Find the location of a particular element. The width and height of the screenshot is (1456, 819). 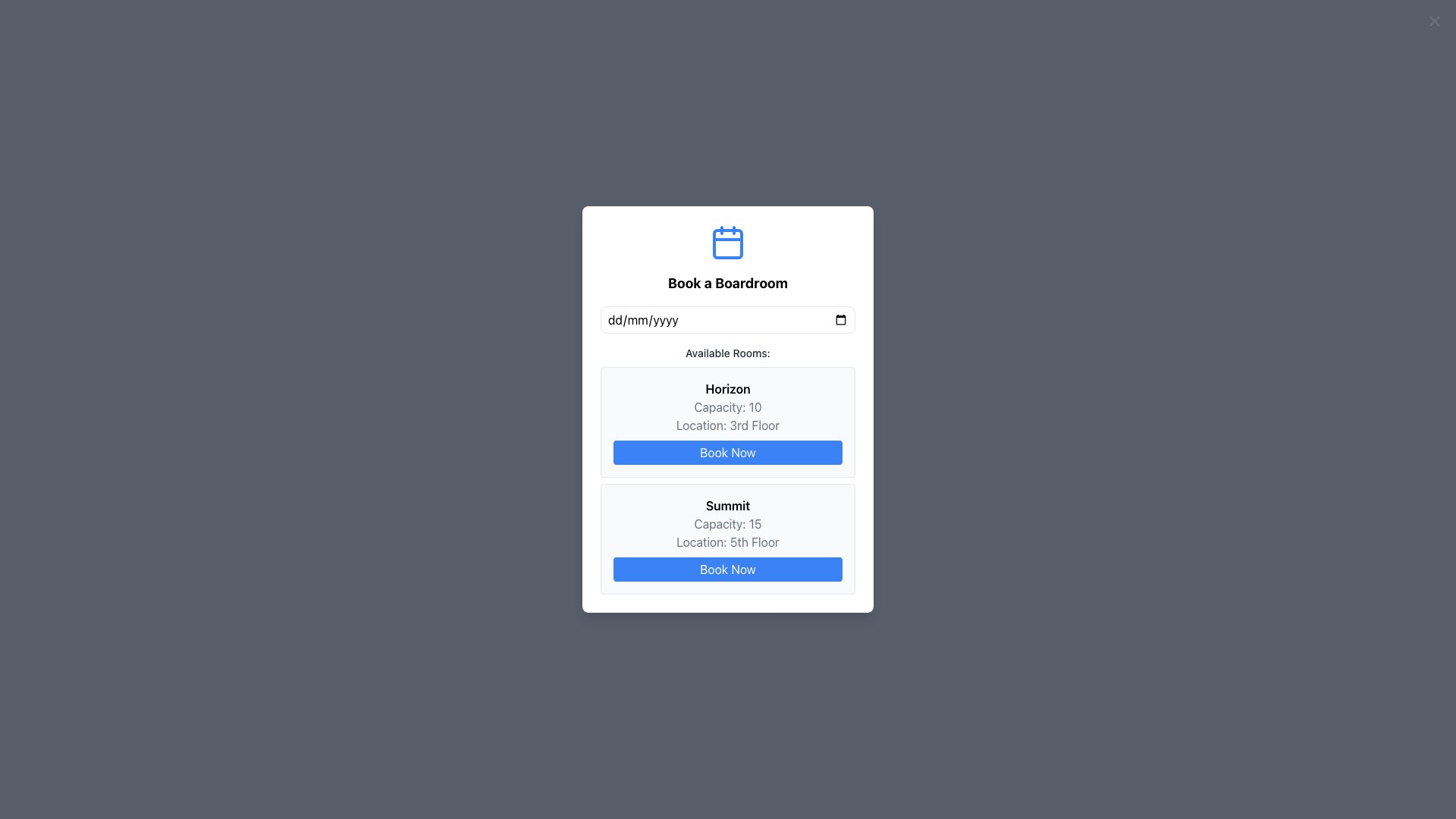

the text label displaying the seating capacity for the room named 'Horizon', which is located below the title 'Horizon' and above 'Location: 3rd Floor' is located at coordinates (728, 406).